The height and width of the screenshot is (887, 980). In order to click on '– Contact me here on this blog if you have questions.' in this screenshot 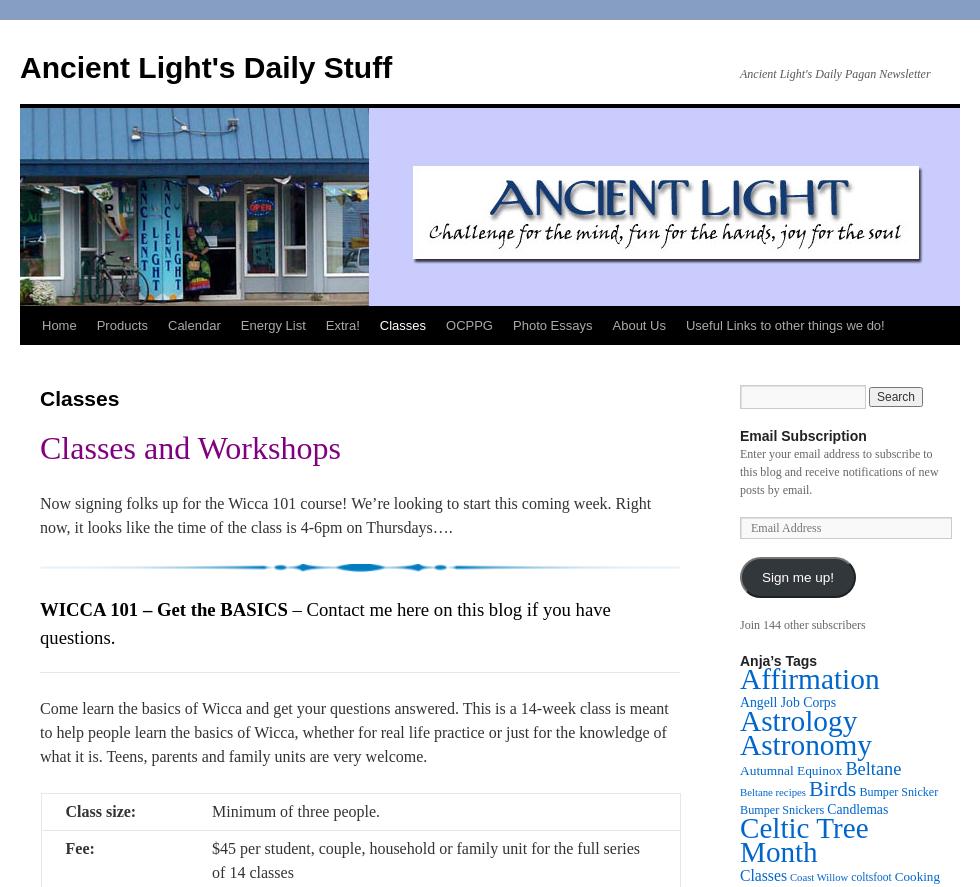, I will do `click(324, 623)`.